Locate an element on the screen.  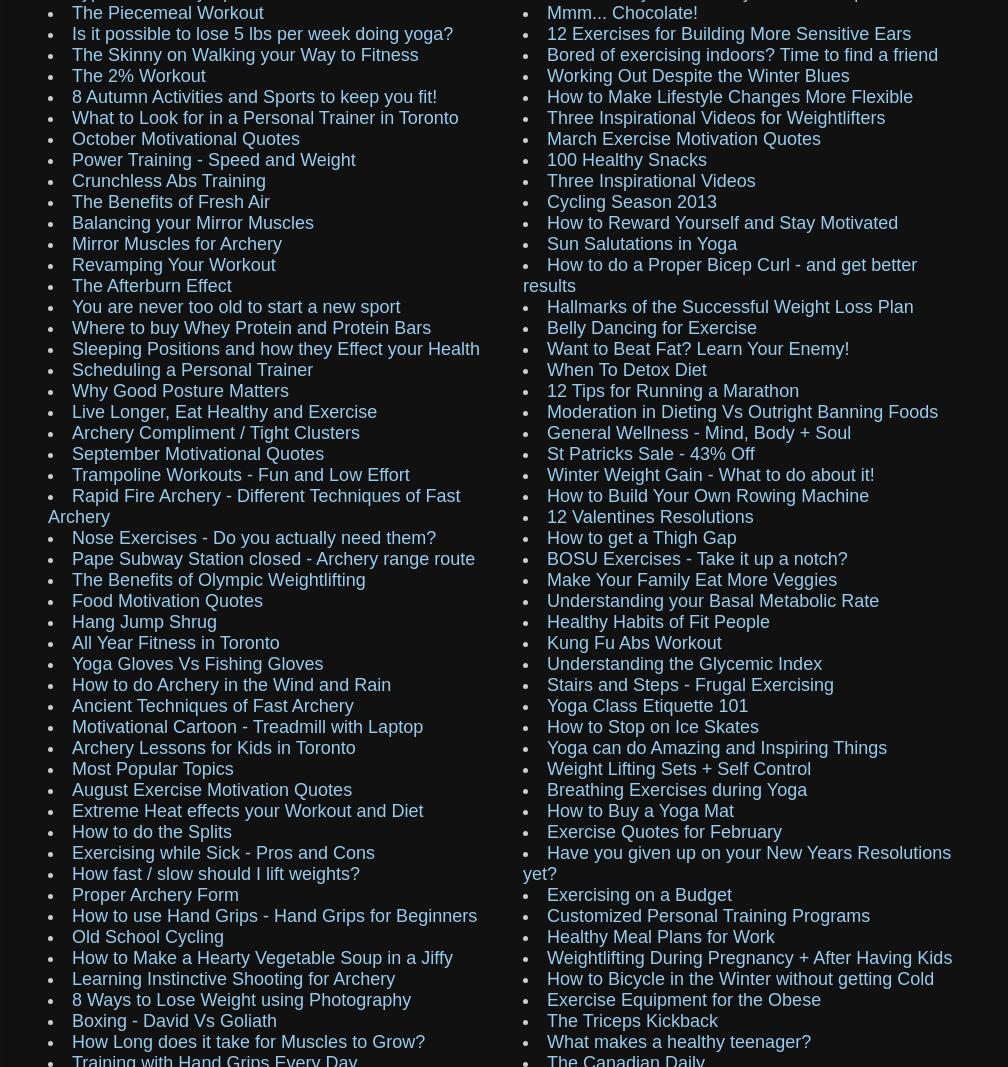
'Moderation in Dieting Vs Outright Banning Foods' is located at coordinates (547, 410).